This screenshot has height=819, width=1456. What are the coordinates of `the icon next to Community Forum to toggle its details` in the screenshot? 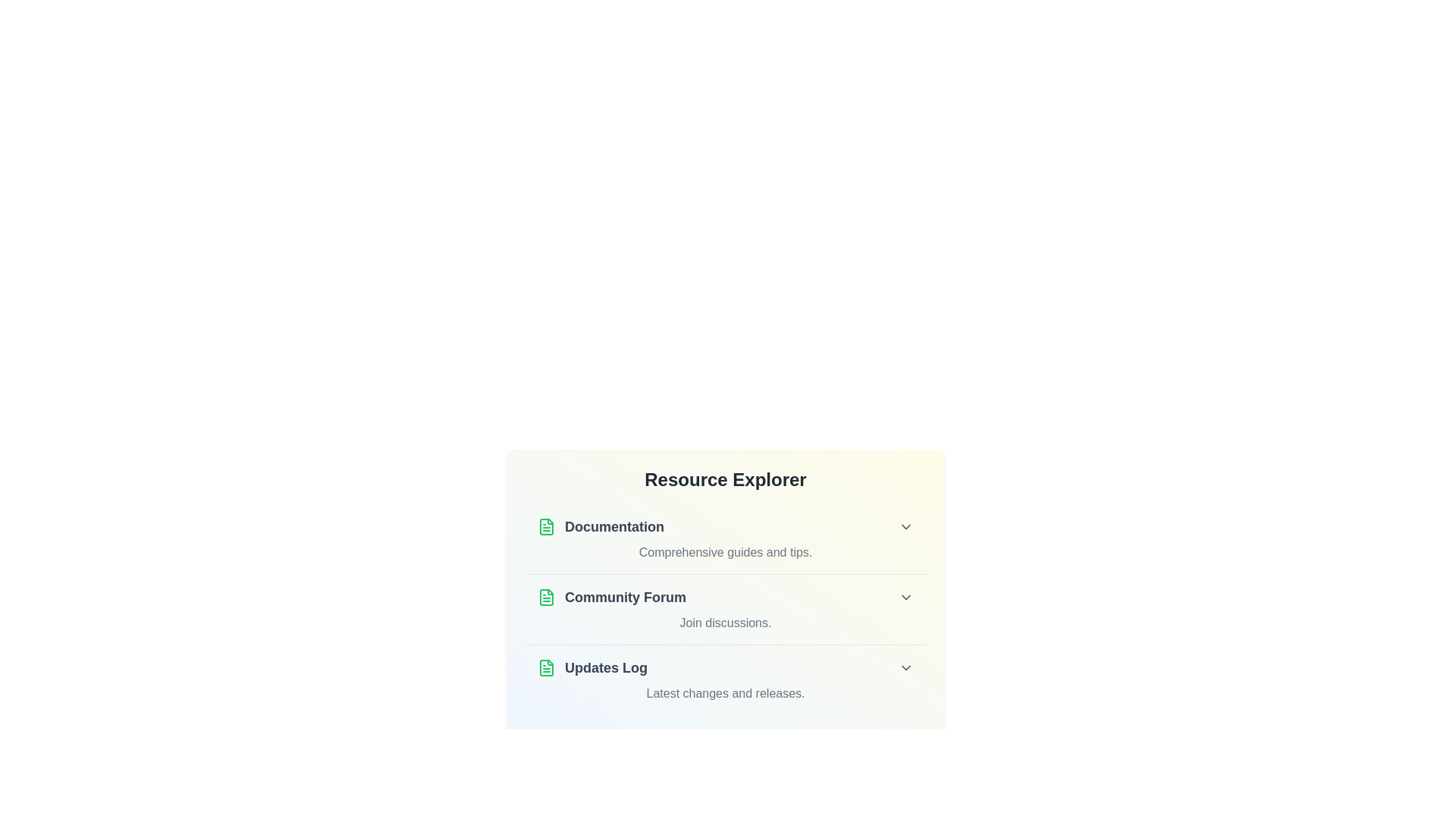 It's located at (546, 596).